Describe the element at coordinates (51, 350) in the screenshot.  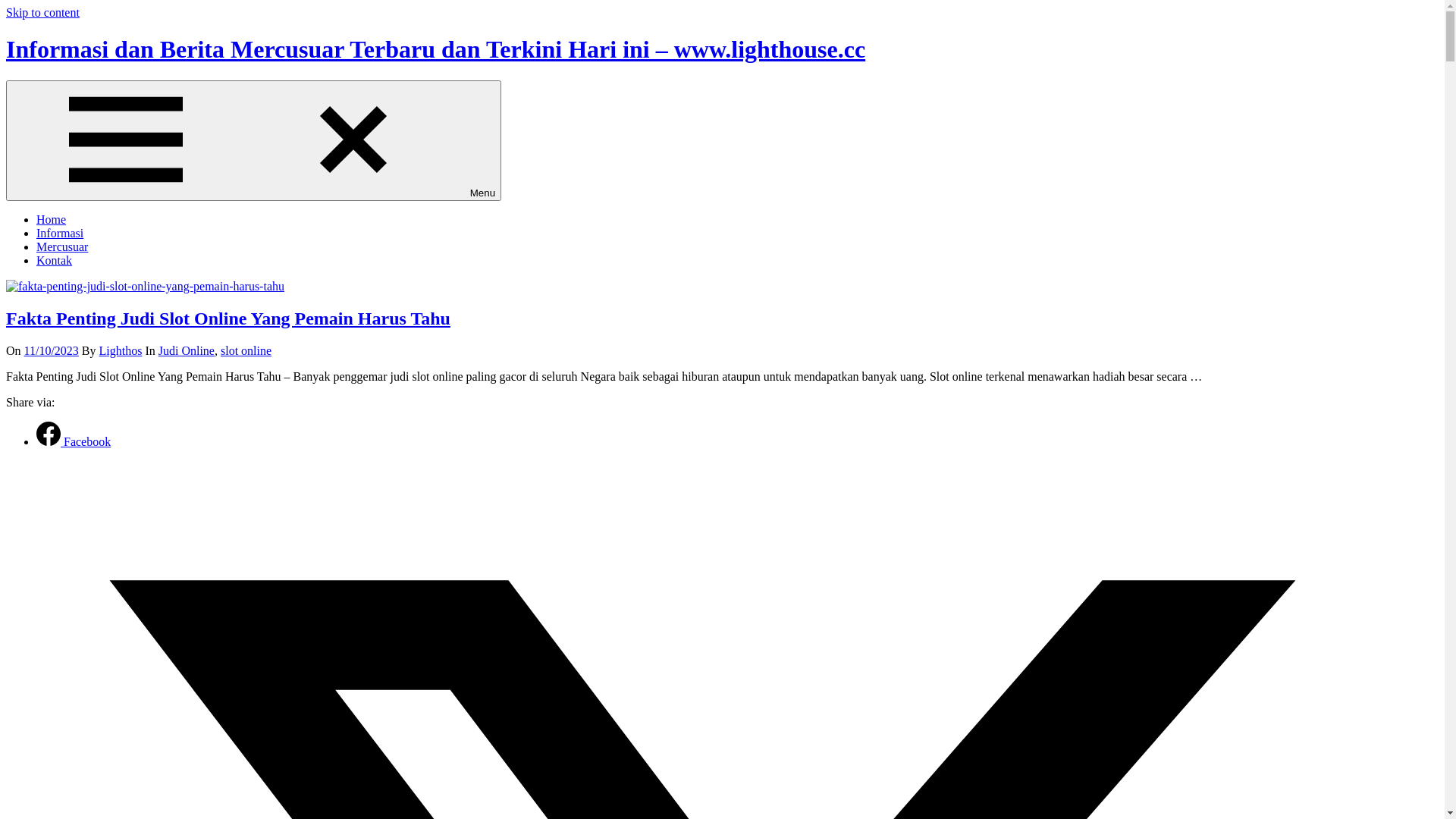
I see `'11/10/2023'` at that location.